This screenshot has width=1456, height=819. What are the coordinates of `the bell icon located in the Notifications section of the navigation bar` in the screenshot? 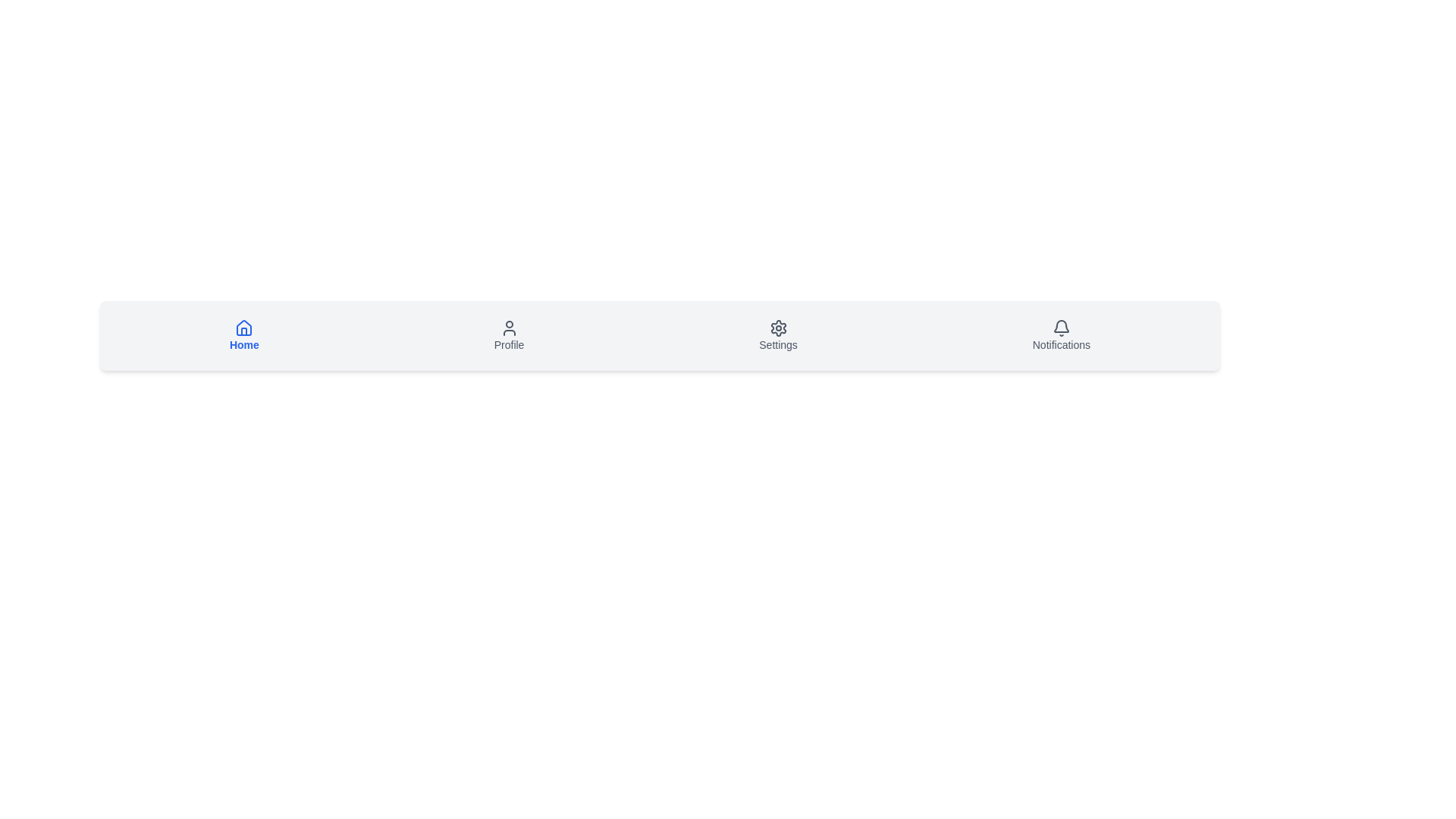 It's located at (1060, 327).